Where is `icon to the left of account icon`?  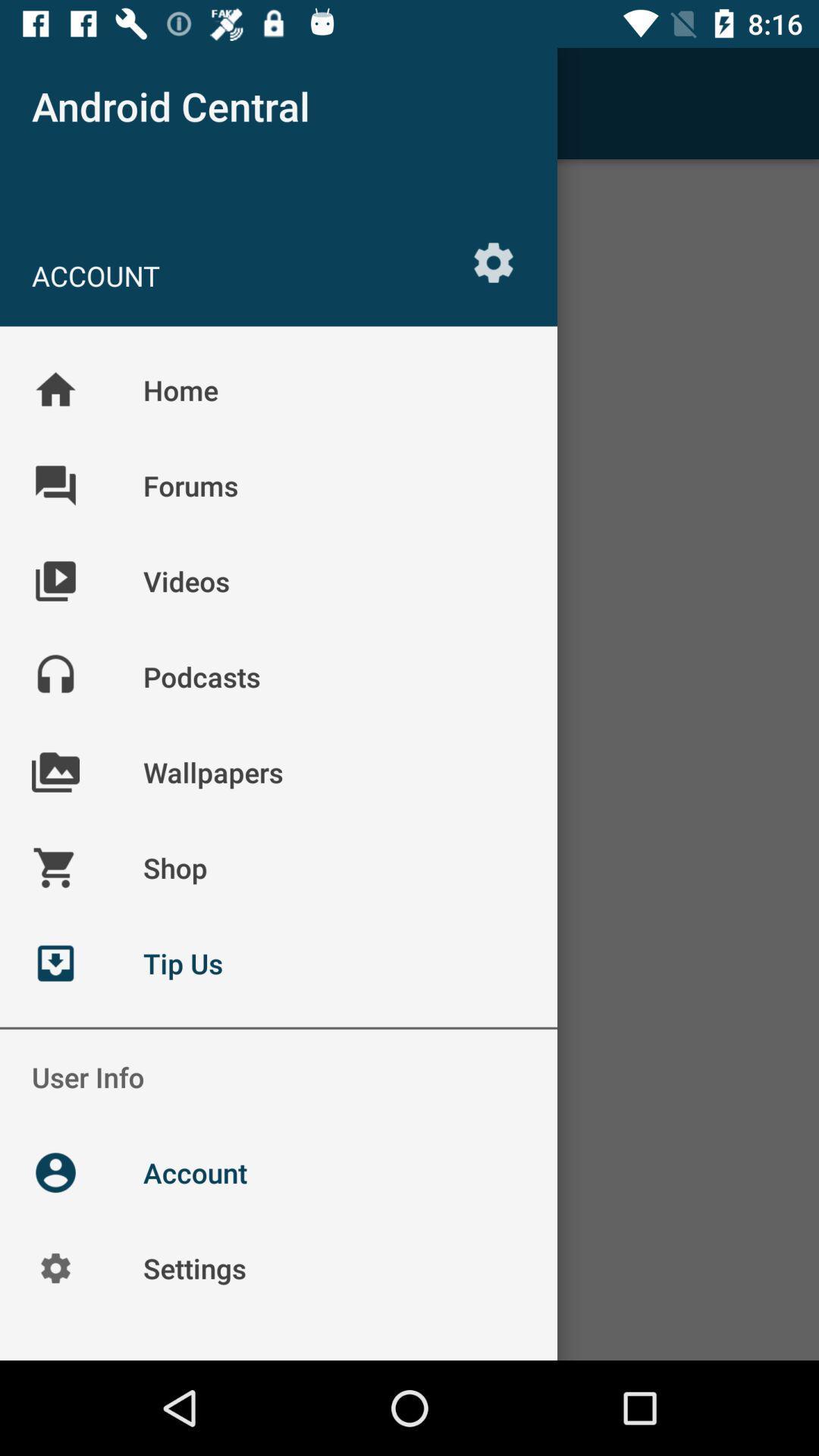 icon to the left of account icon is located at coordinates (55, 102).